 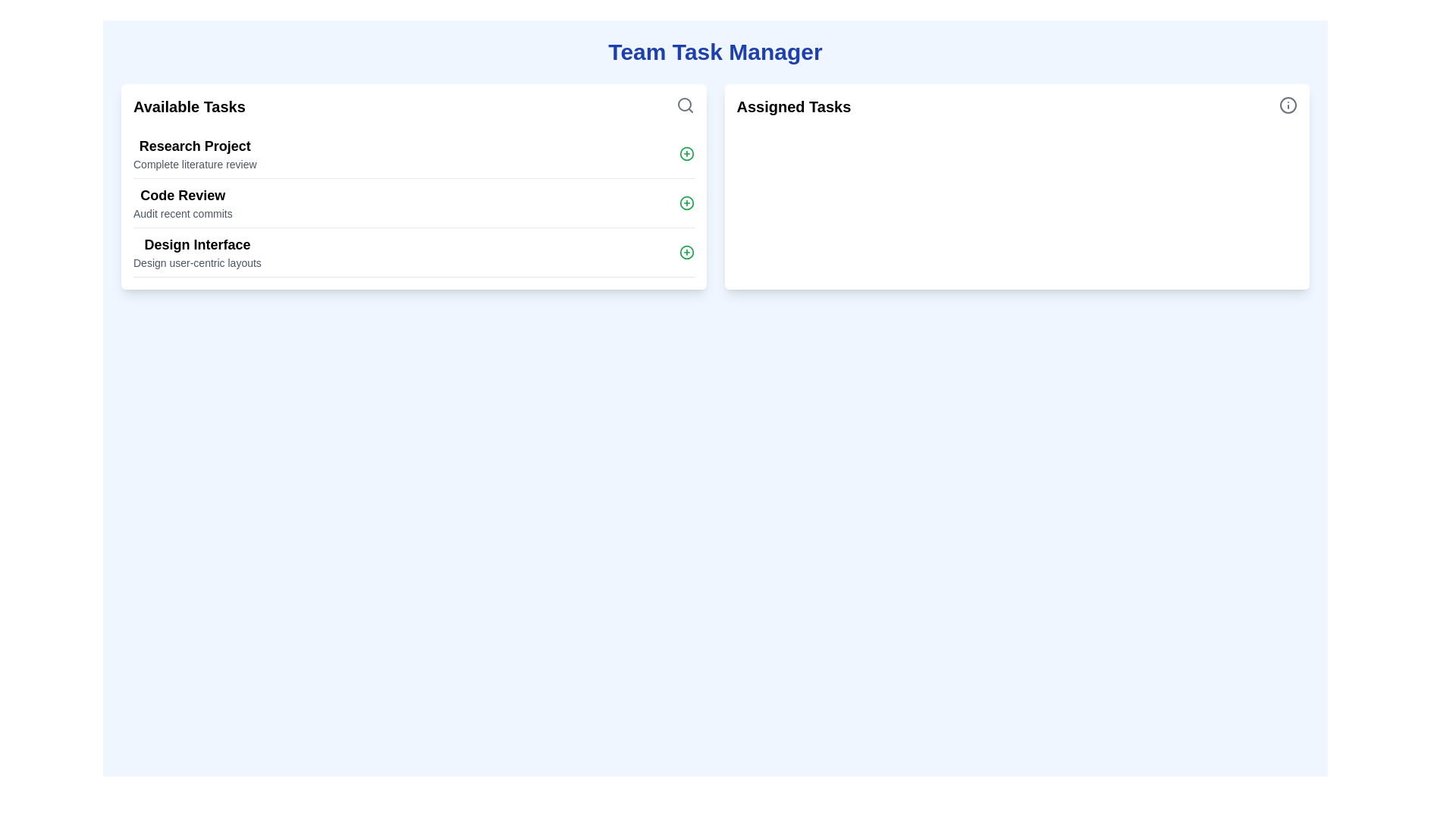 What do you see at coordinates (413, 154) in the screenshot?
I see `the first list item titled 'Research Project' with the subtext 'Complete literature review' in the 'Available Tasks' section` at bounding box center [413, 154].